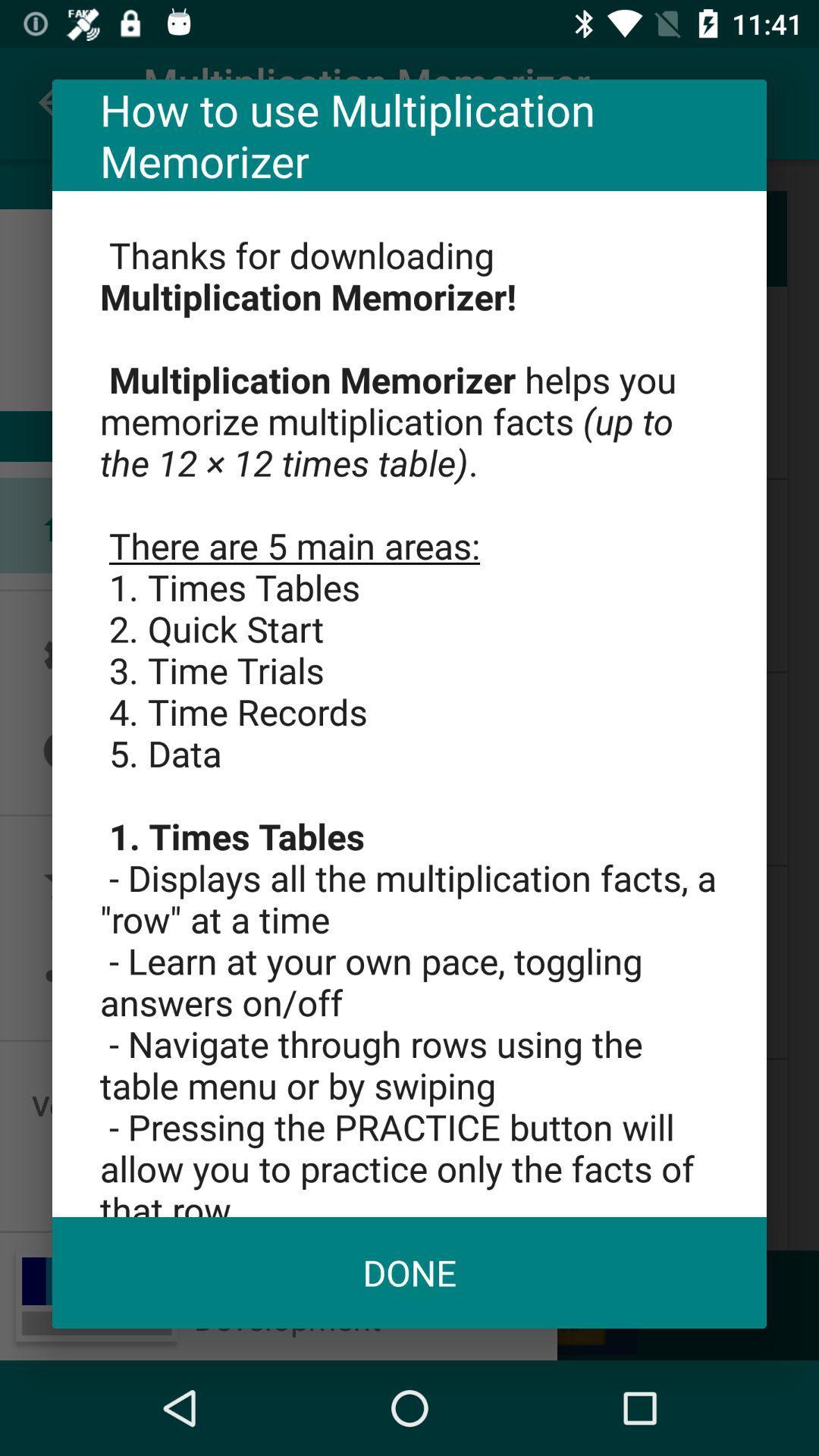 The width and height of the screenshot is (819, 1456). What do you see at coordinates (409, 1272) in the screenshot?
I see `the done` at bounding box center [409, 1272].